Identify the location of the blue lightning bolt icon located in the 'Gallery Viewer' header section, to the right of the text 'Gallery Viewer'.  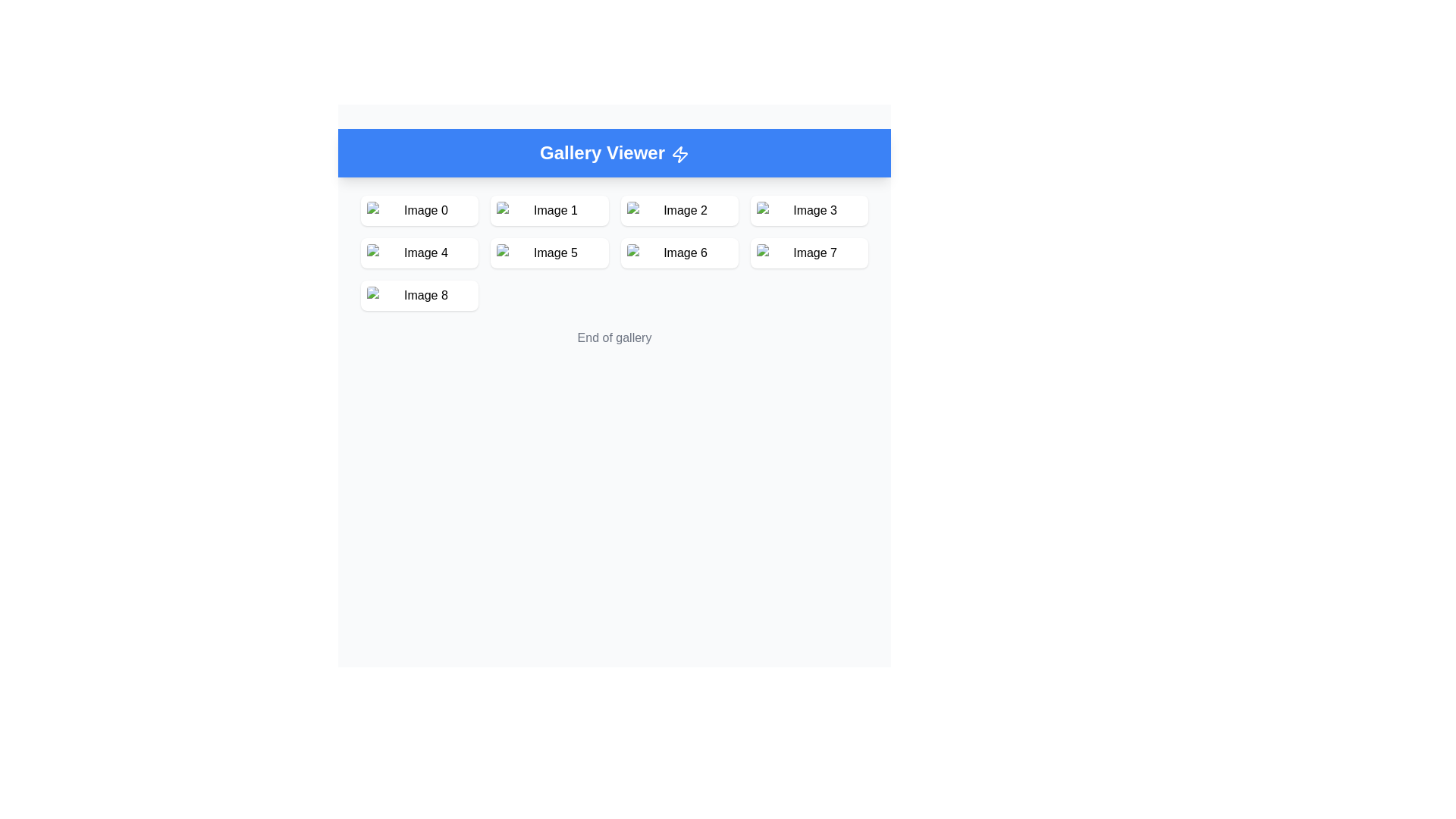
(679, 154).